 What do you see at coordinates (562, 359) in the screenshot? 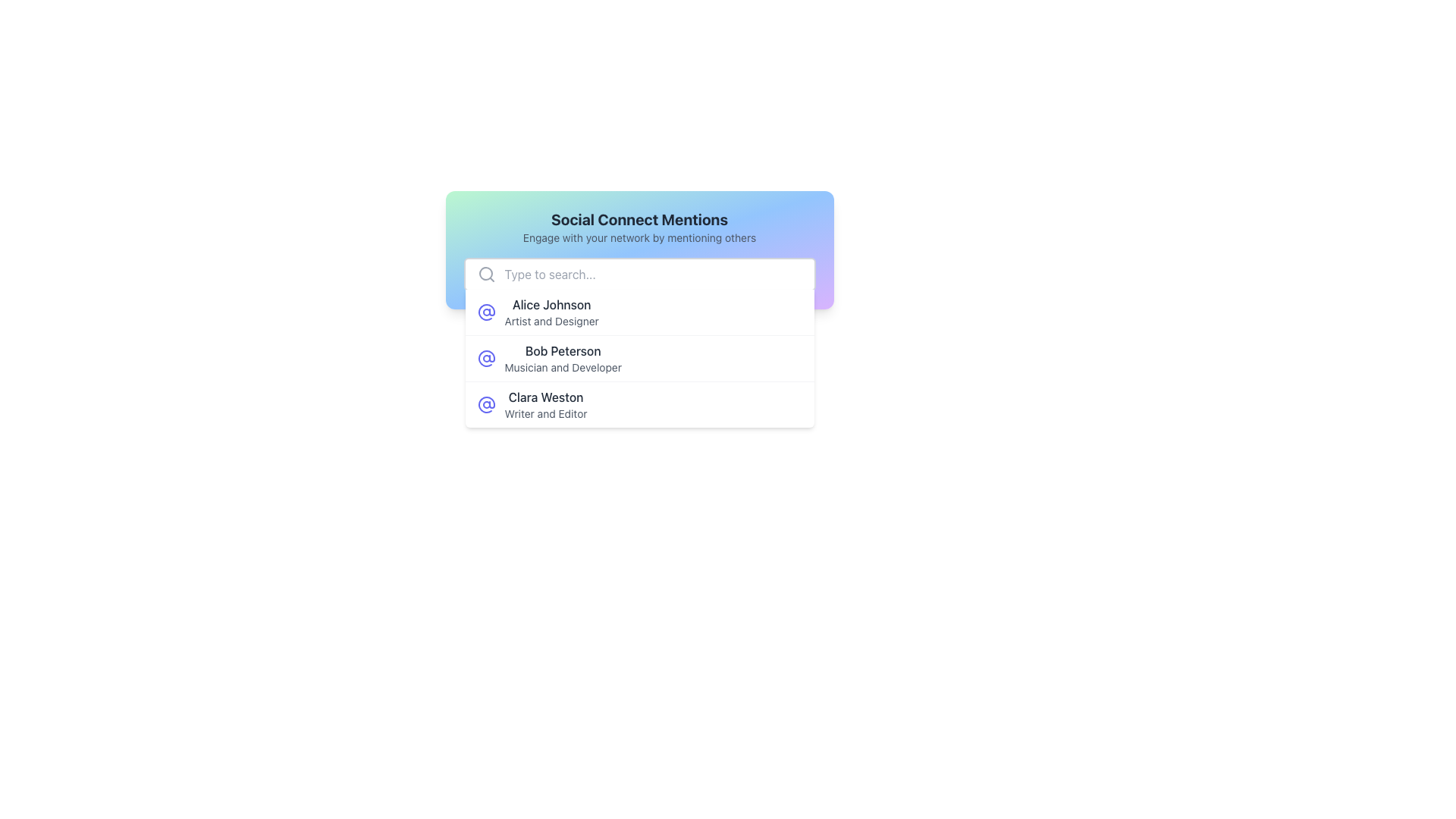
I see `the Text label that displays the name and profession of a user, located in the second row of a list-style design component, between an at-sign icon and blank space` at bounding box center [562, 359].